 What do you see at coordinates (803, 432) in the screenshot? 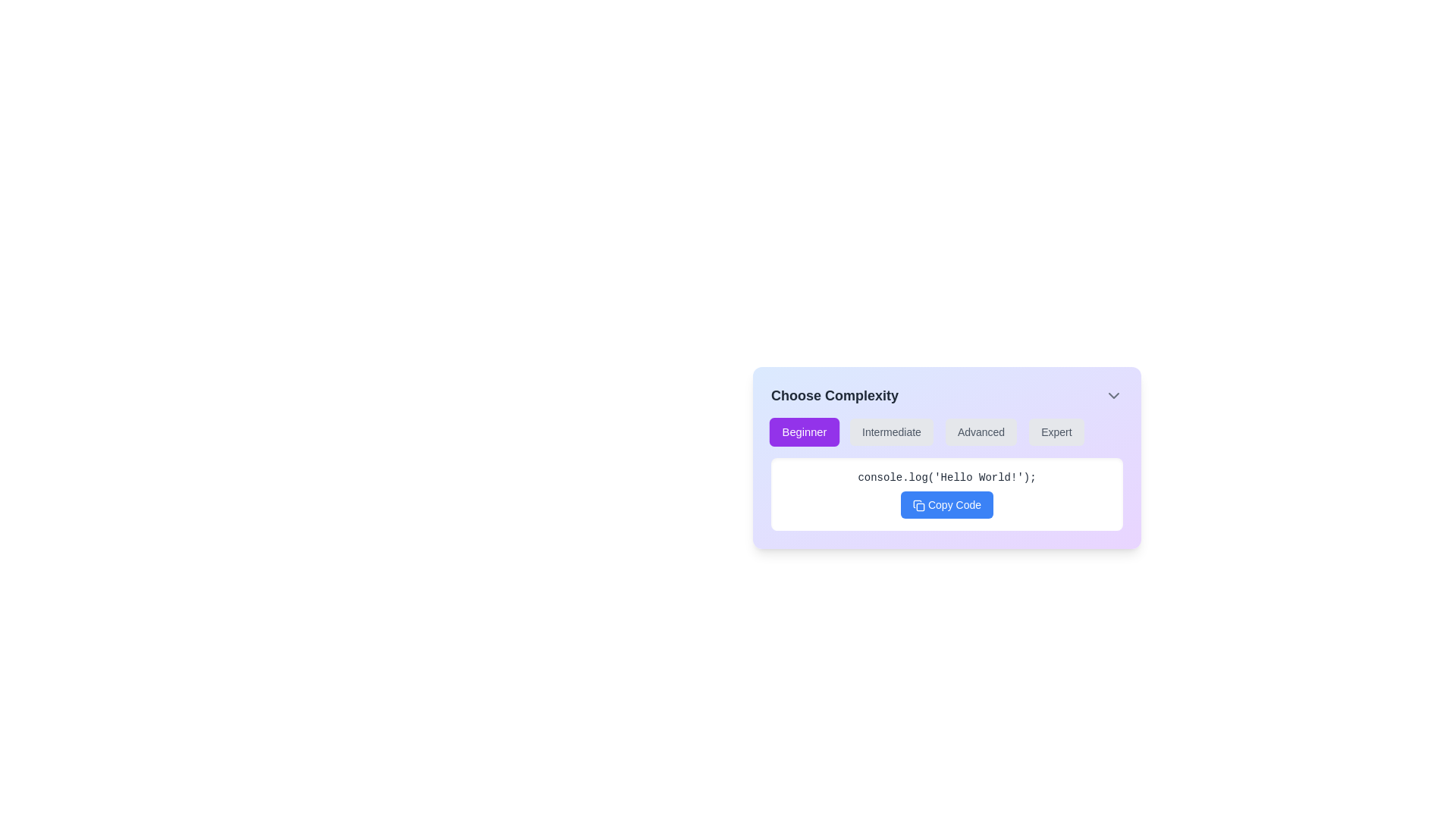
I see `the 'Beginner' difficulty button in the complexity selection interface` at bounding box center [803, 432].